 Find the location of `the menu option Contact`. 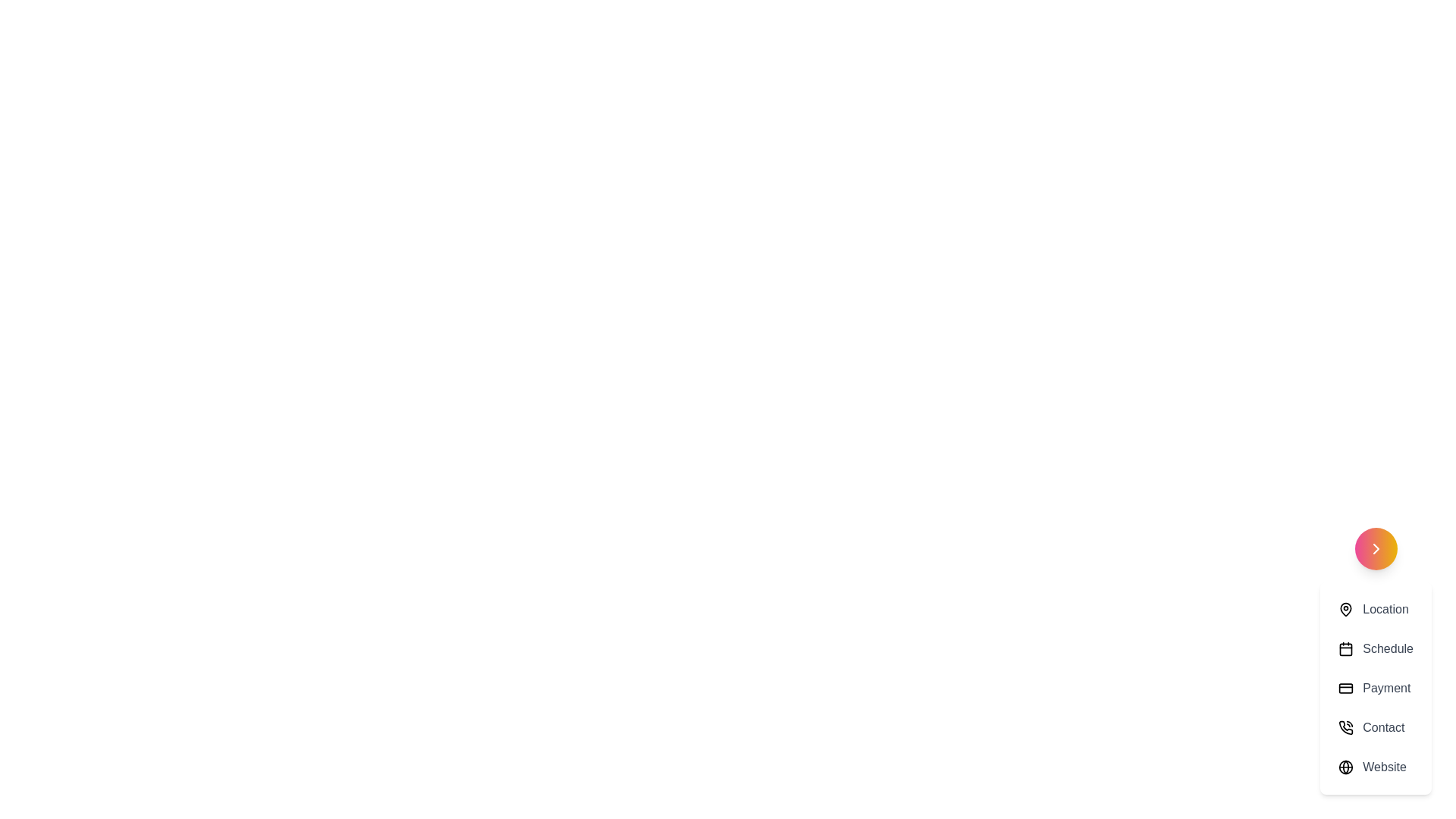

the menu option Contact is located at coordinates (1376, 727).